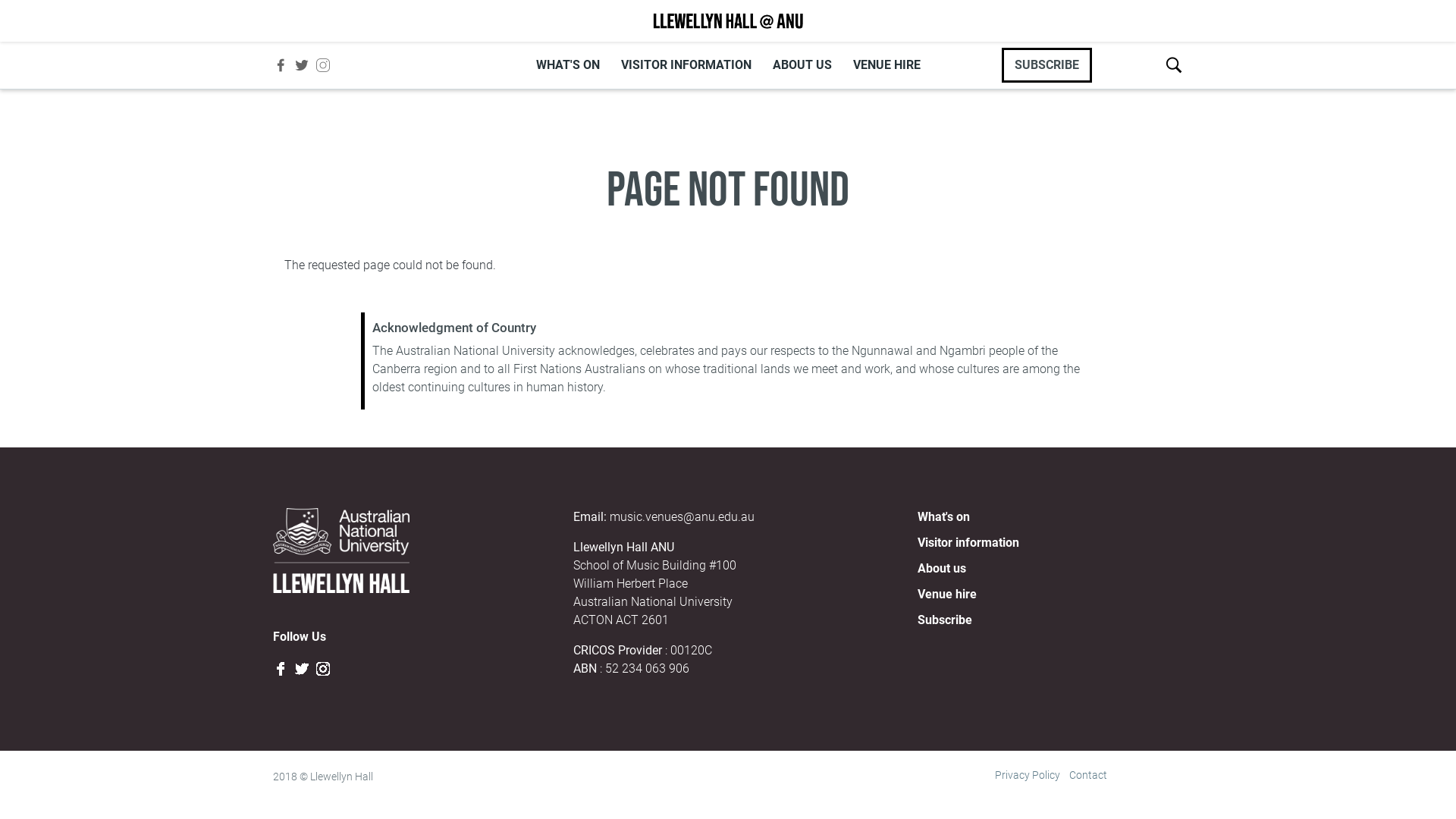 This screenshot has height=819, width=1456. What do you see at coordinates (886, 64) in the screenshot?
I see `'VENUE HIRE'` at bounding box center [886, 64].